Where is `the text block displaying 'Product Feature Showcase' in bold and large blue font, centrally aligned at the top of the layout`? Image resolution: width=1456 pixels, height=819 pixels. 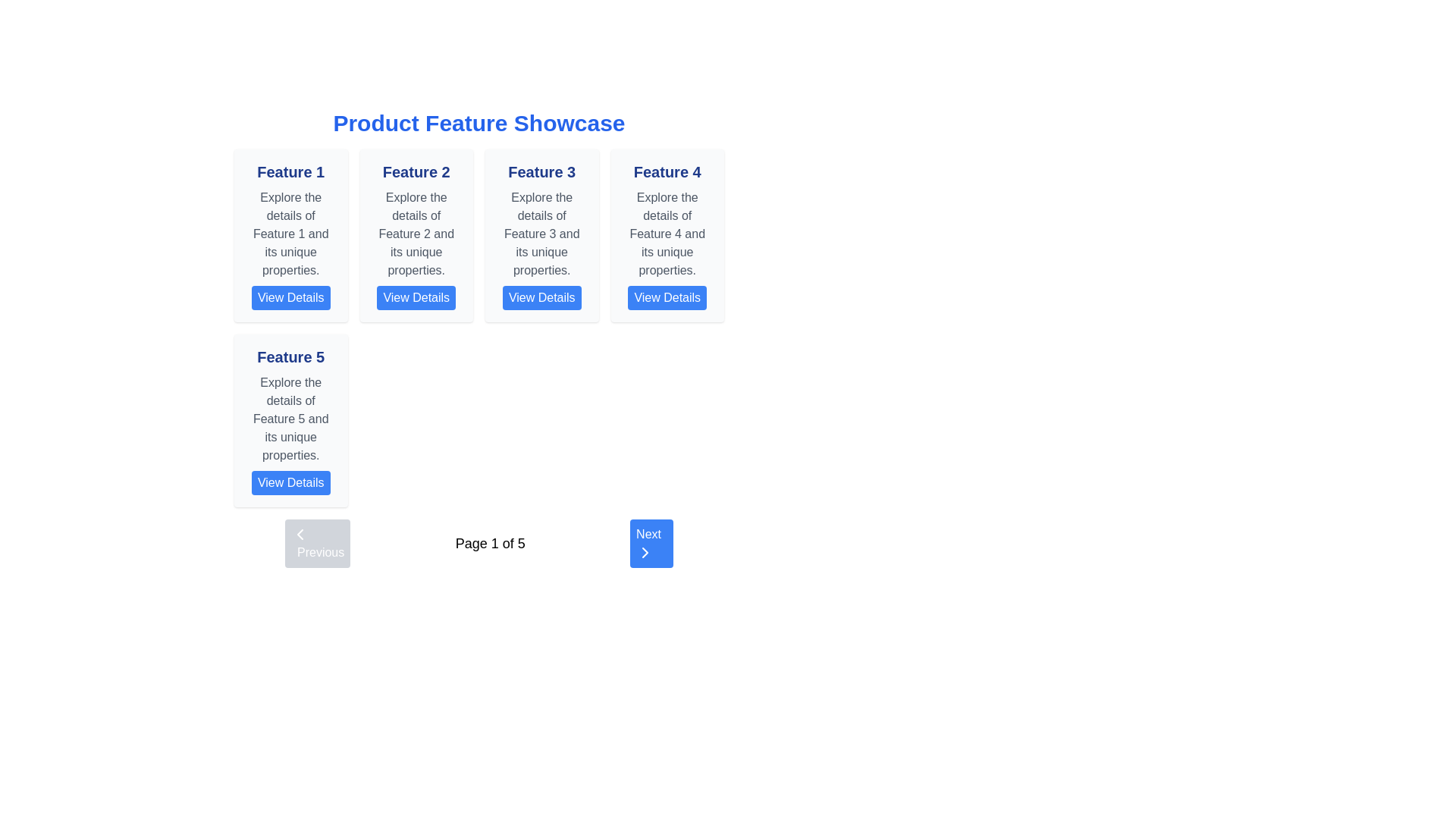
the text block displaying 'Product Feature Showcase' in bold and large blue font, centrally aligned at the top of the layout is located at coordinates (479, 122).